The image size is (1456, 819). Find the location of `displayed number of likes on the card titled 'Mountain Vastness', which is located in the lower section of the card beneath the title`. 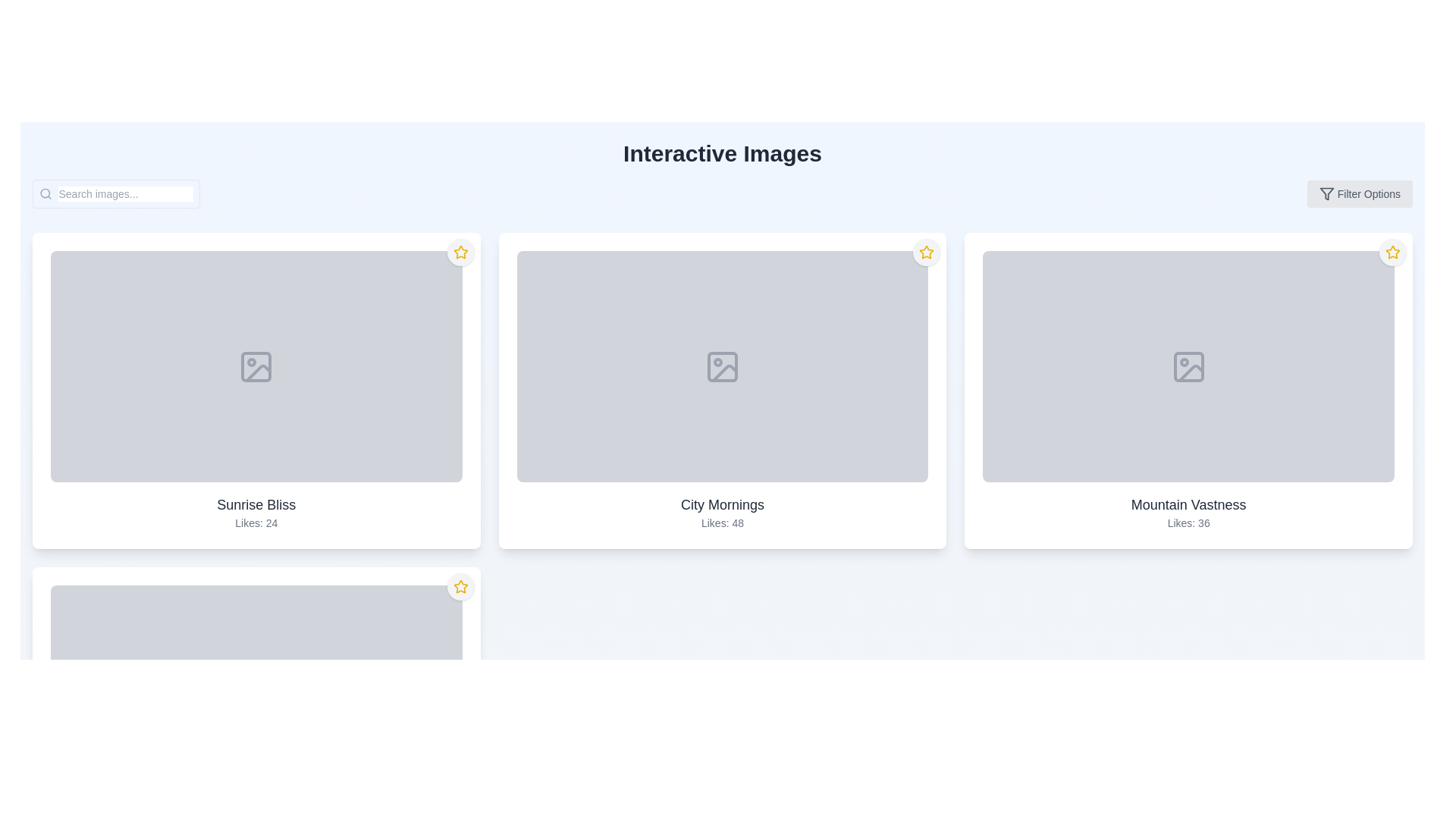

displayed number of likes on the card titled 'Mountain Vastness', which is located in the lower section of the card beneath the title is located at coordinates (1188, 522).